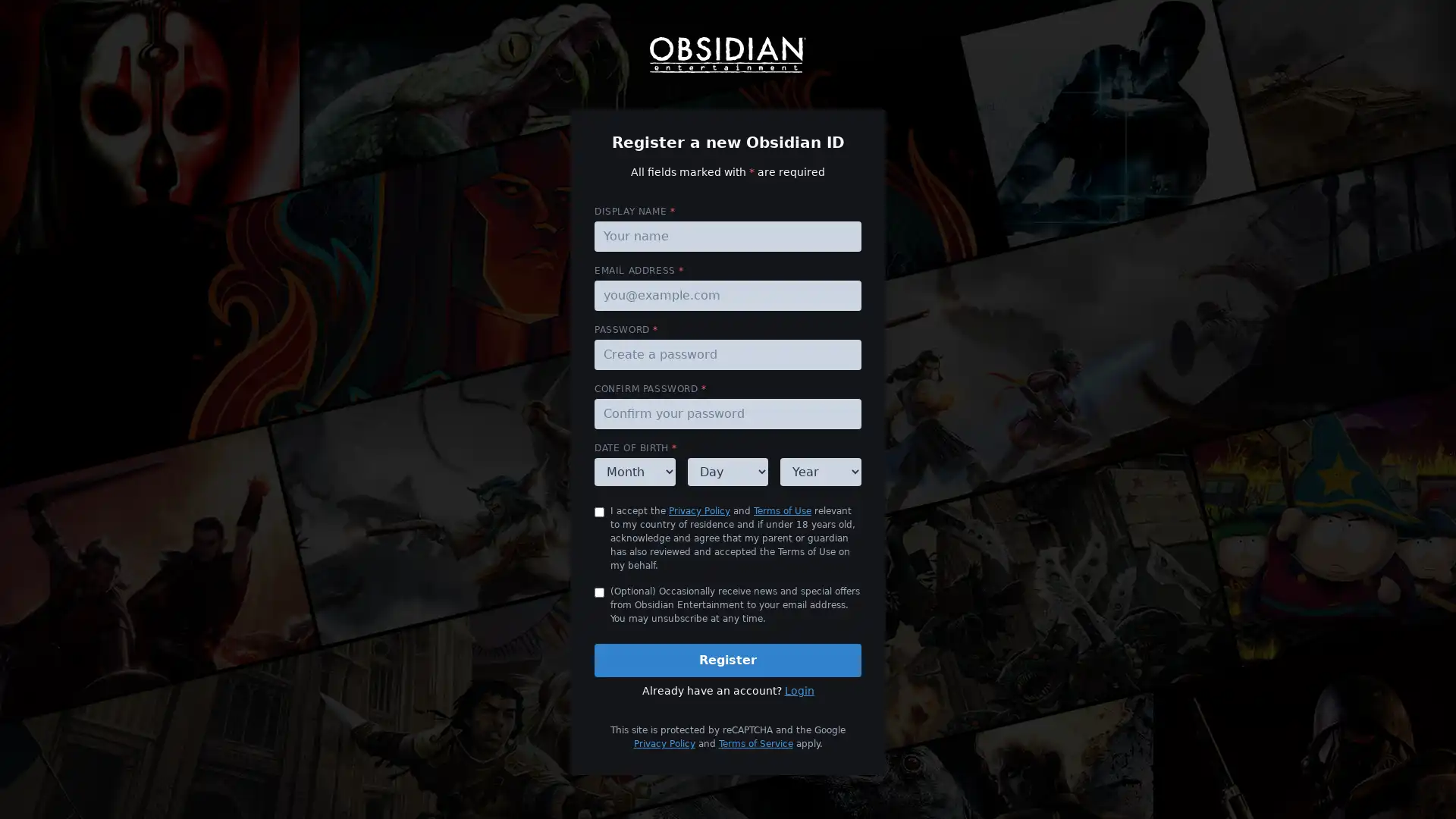 This screenshot has width=1456, height=819. I want to click on Register, so click(728, 660).